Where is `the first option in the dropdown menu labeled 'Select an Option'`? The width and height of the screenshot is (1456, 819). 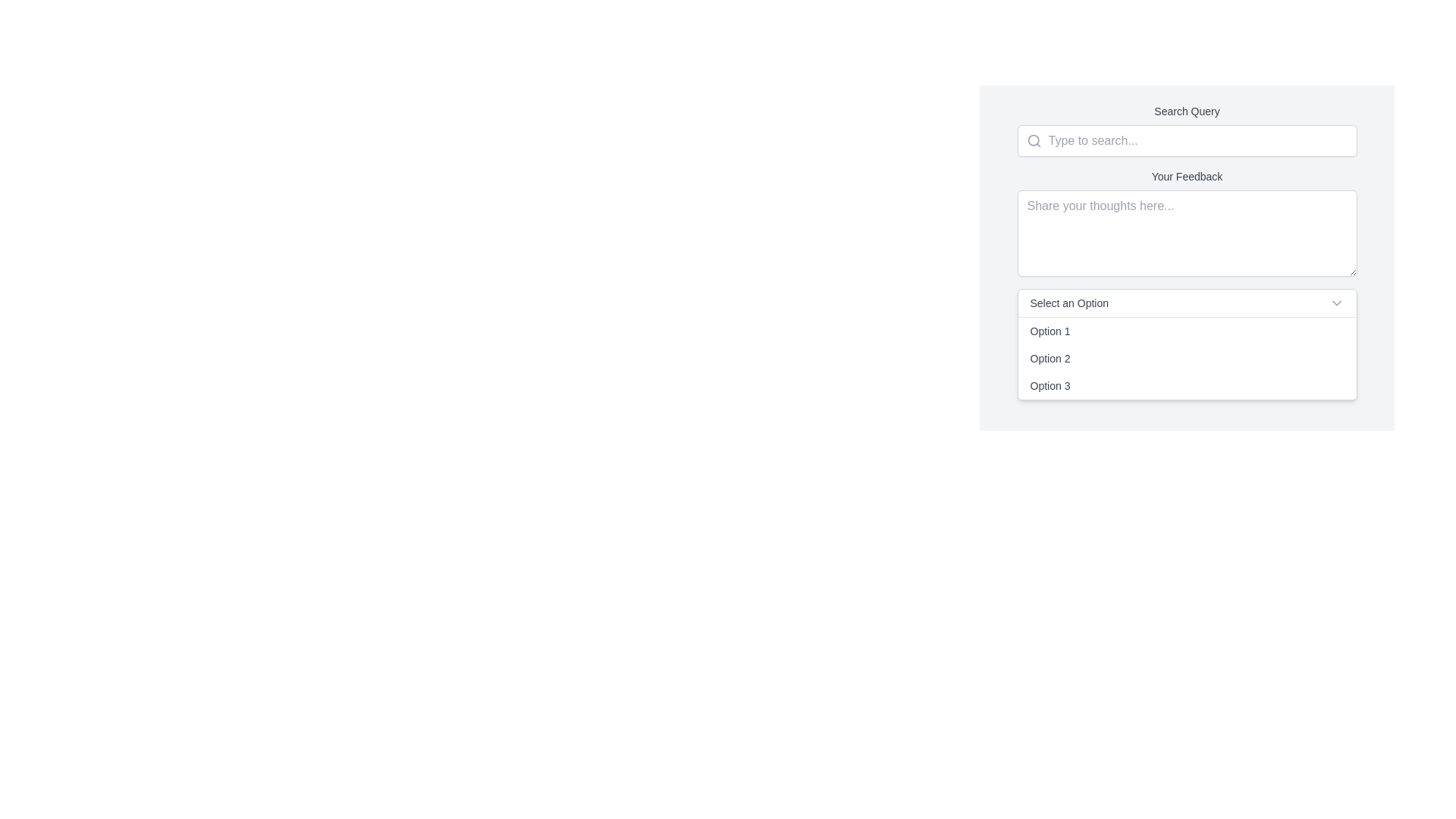 the first option in the dropdown menu labeled 'Select an Option' is located at coordinates (1186, 330).